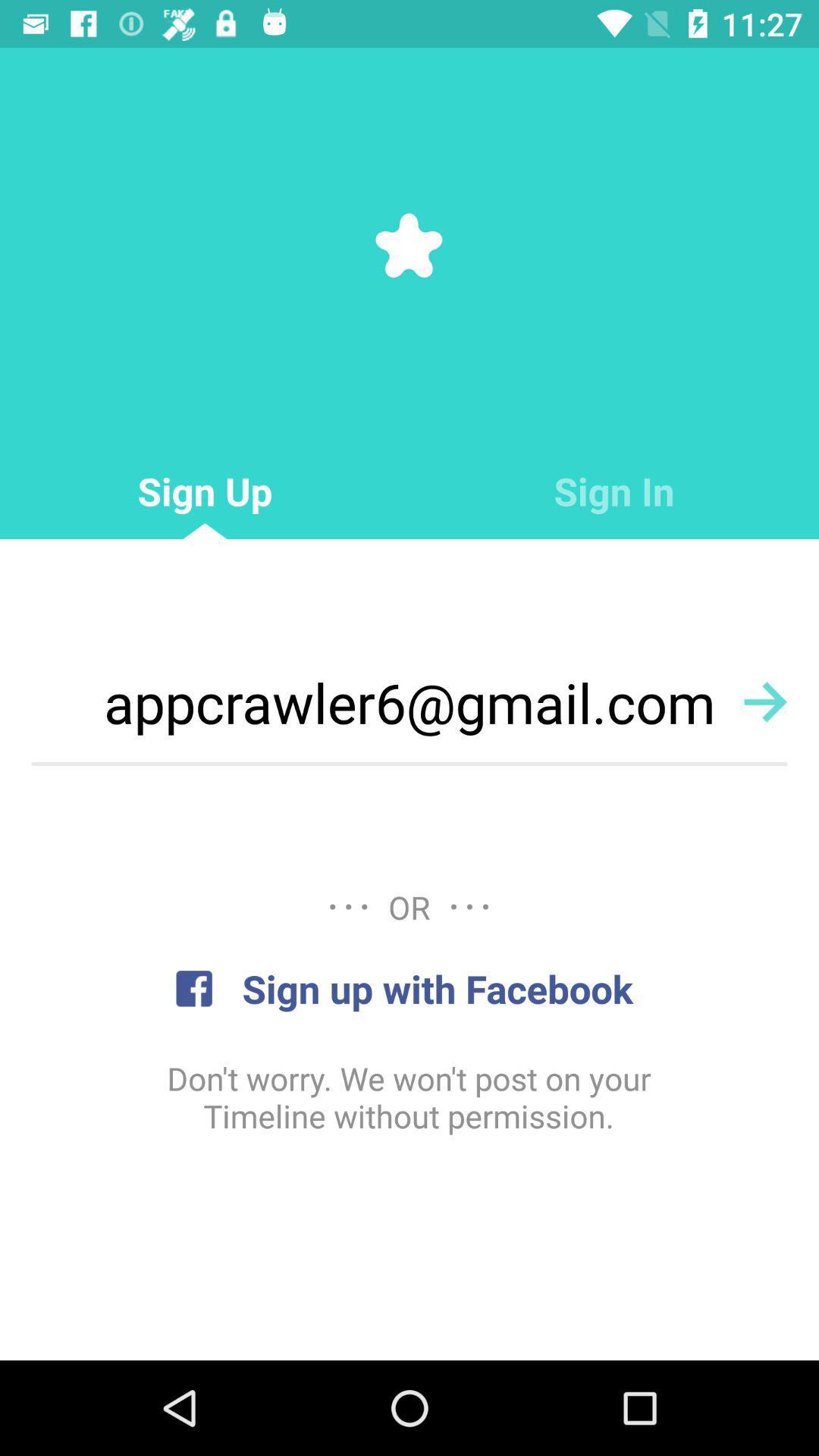  What do you see at coordinates (614, 491) in the screenshot?
I see `the sign in item` at bounding box center [614, 491].